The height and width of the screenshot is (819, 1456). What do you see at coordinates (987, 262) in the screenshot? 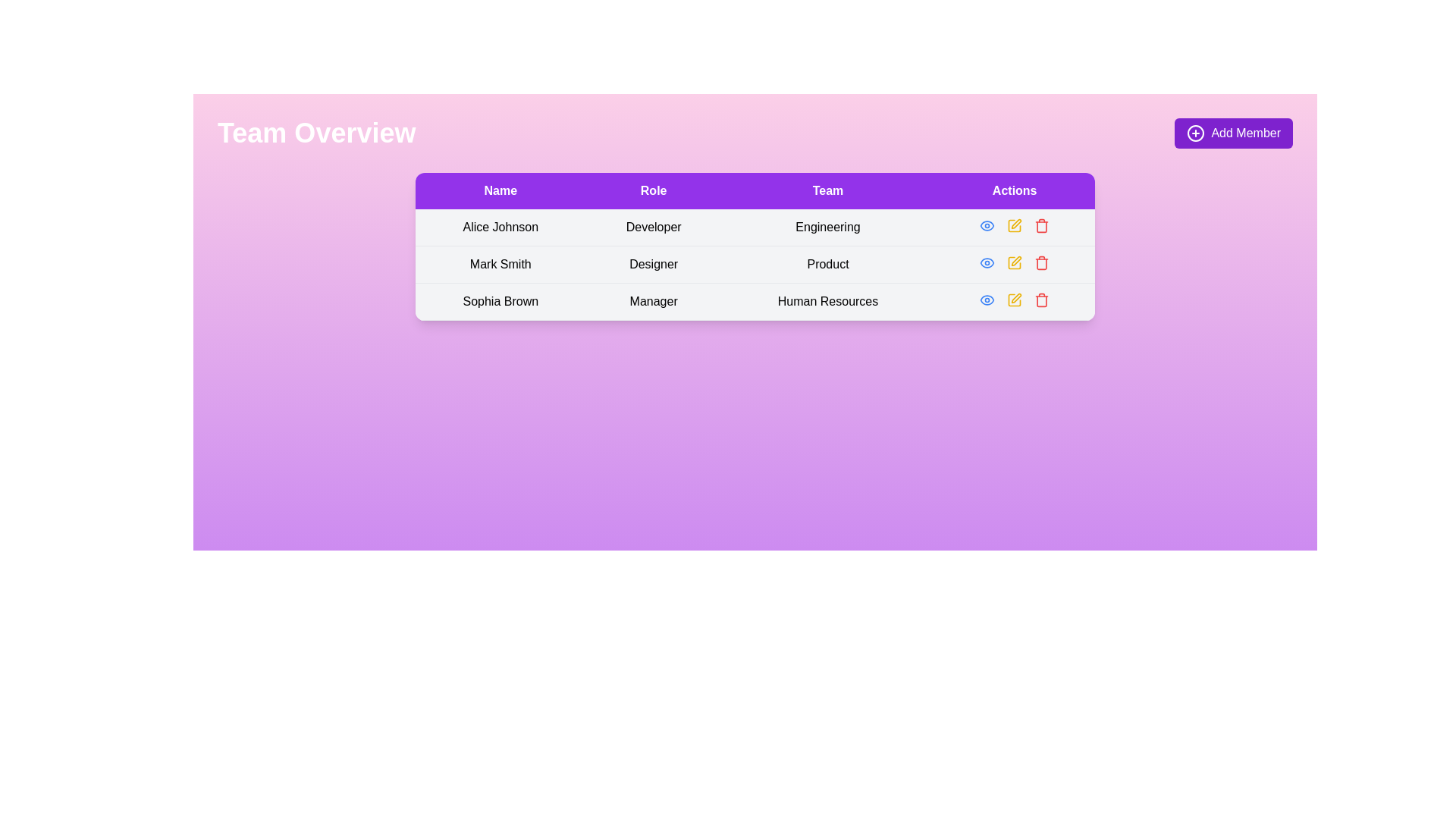
I see `the blue eye icon button located as the first element in the second row of action buttons` at bounding box center [987, 262].